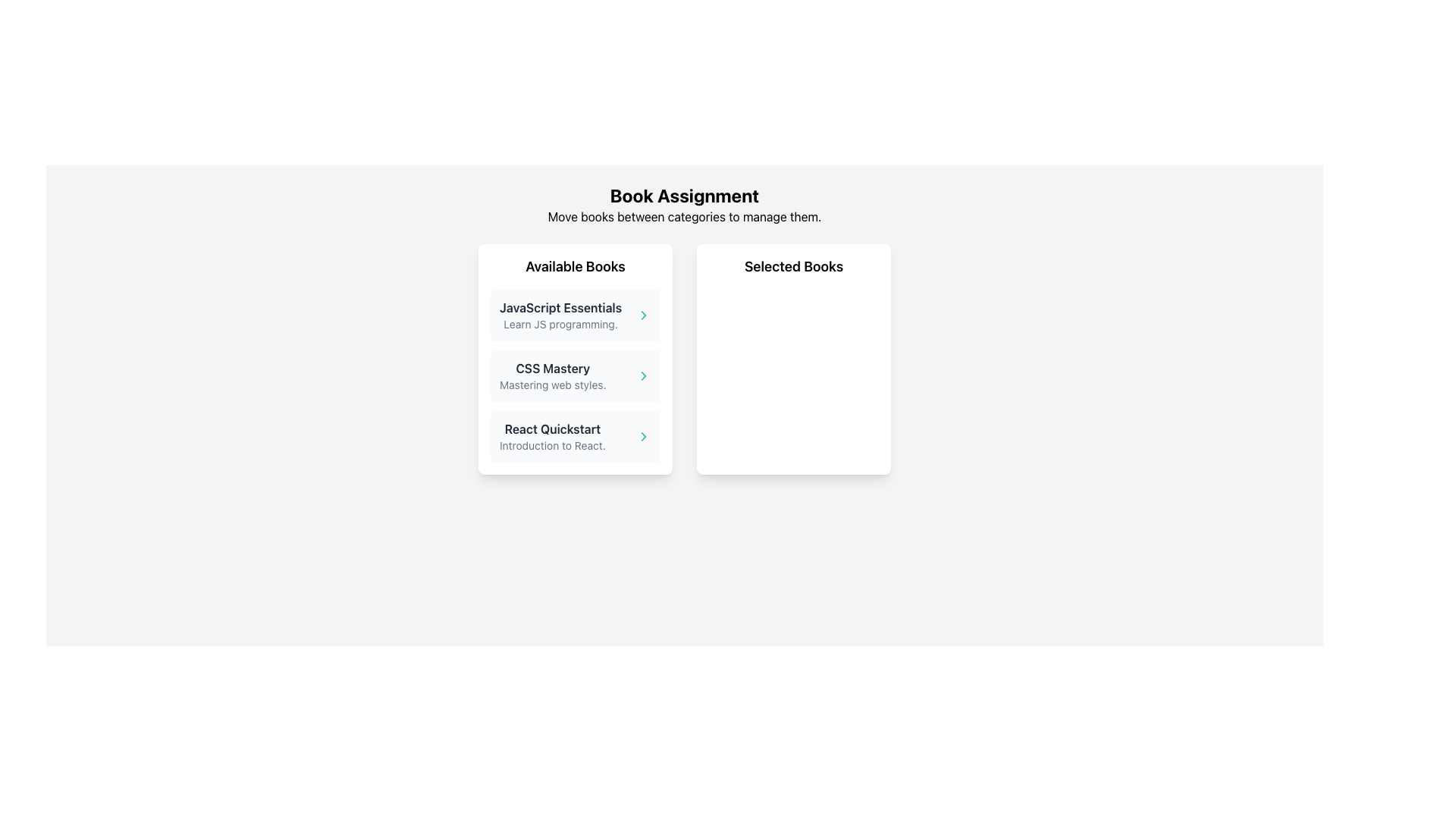  What do you see at coordinates (644, 375) in the screenshot?
I see `the button located at the rightmost end of the card containing the text 'CSS Mastery' to observe styling changes` at bounding box center [644, 375].